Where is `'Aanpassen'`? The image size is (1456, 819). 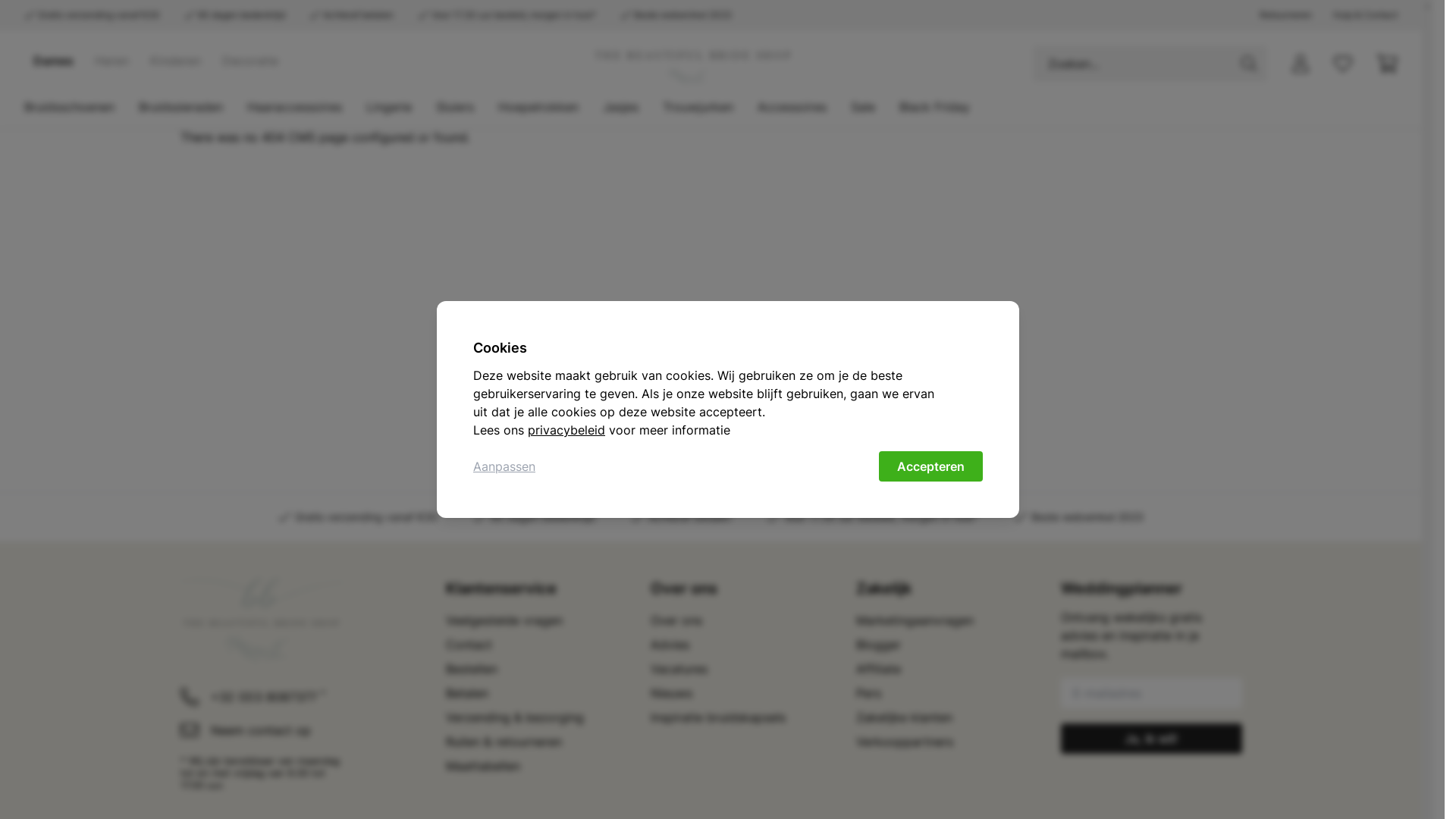 'Aanpassen' is located at coordinates (504, 465).